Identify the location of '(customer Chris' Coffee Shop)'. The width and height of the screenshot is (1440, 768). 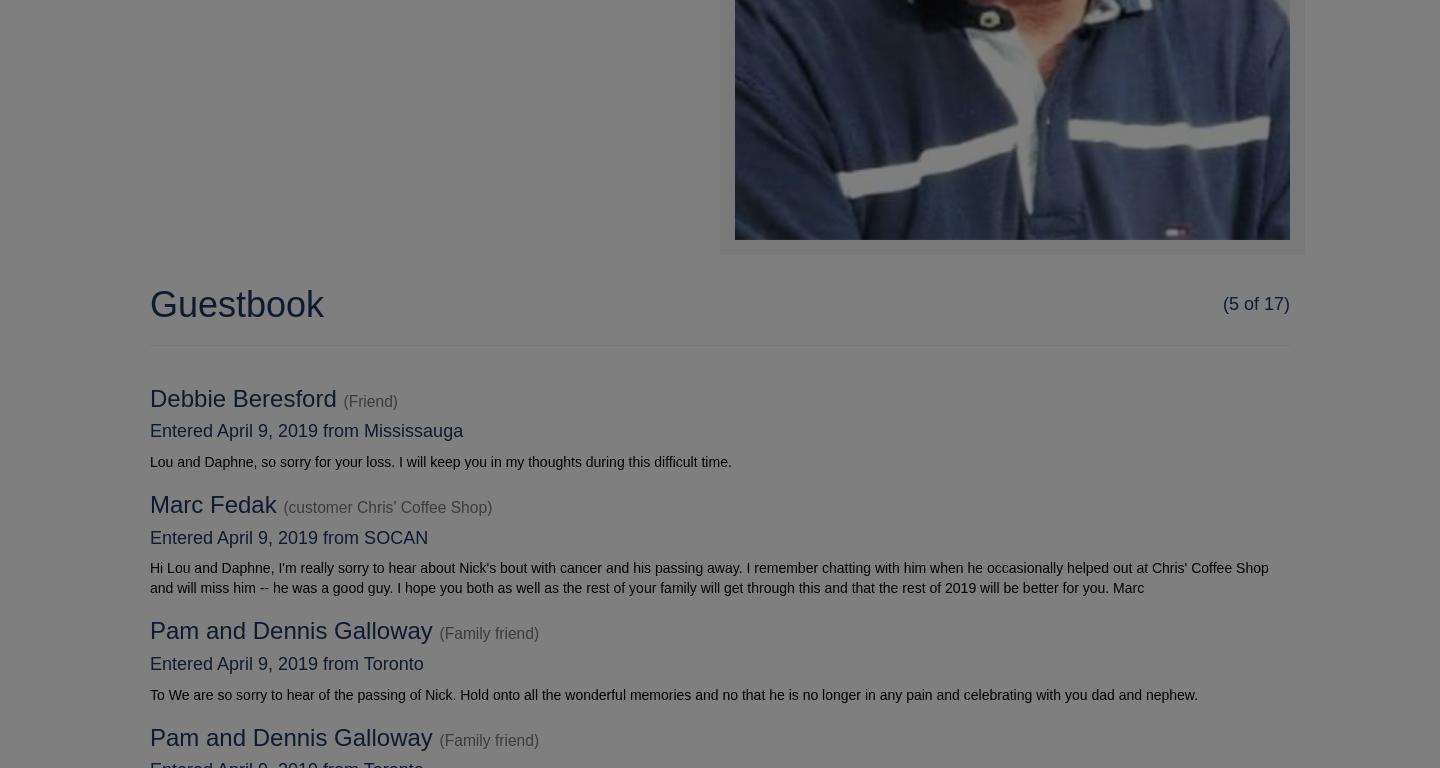
(386, 507).